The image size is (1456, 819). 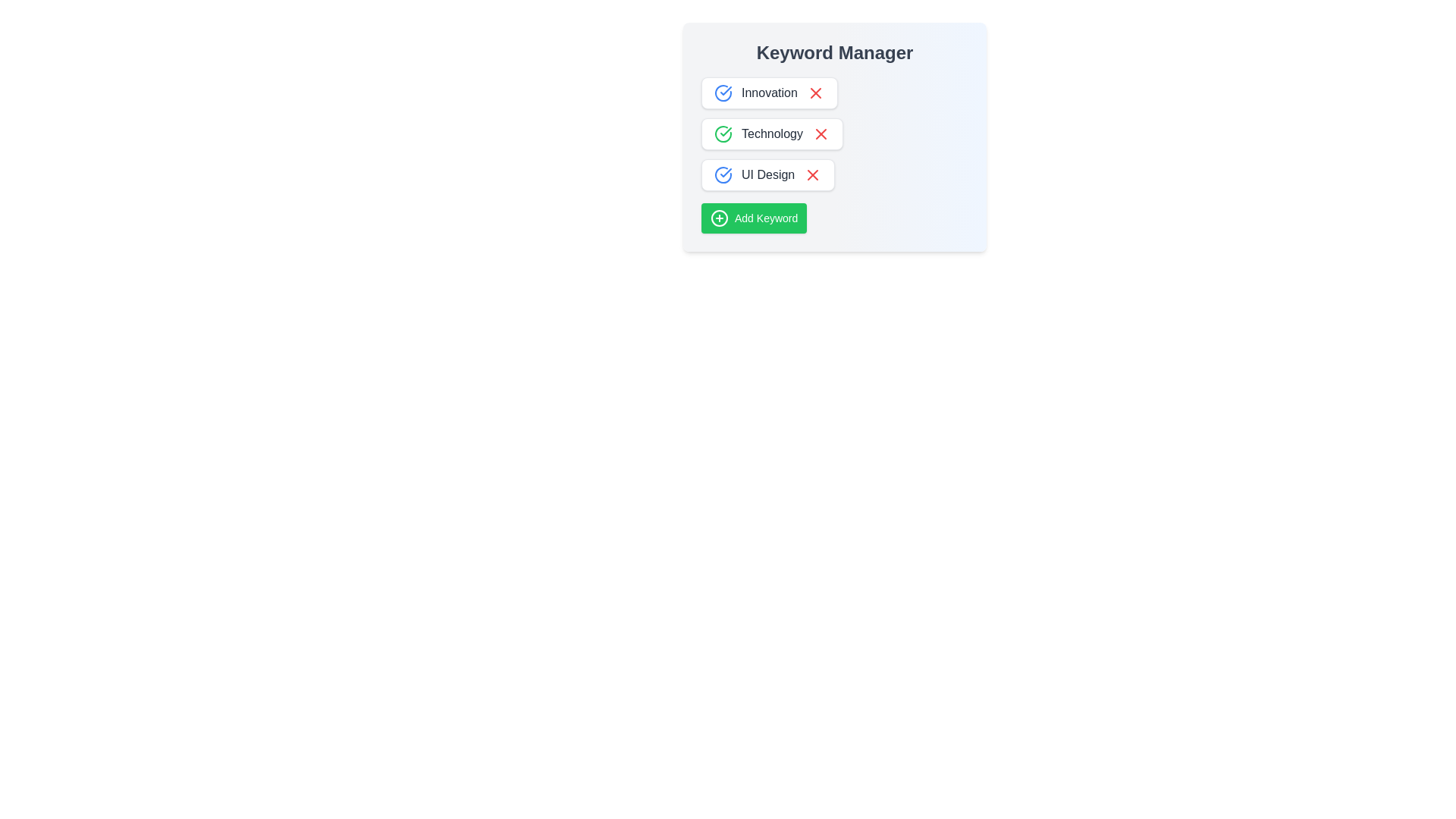 I want to click on the 'Add Keyword' button to add a new keyword to the list, so click(x=753, y=218).